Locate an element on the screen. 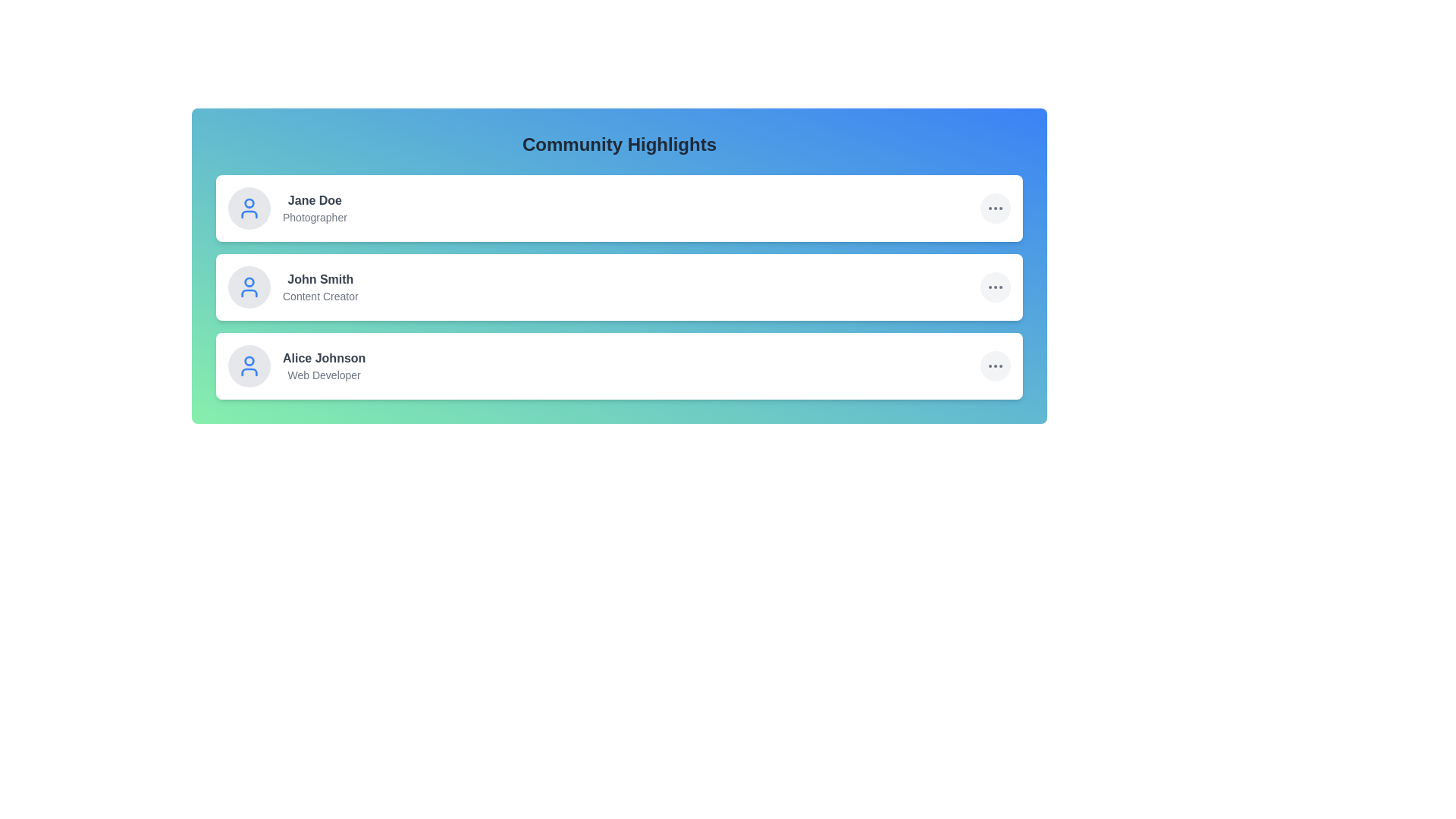 Image resolution: width=1456 pixels, height=819 pixels. the Text Label that reads 'Content Creator', which is located below 'John Smith' in the 'Community Highlights' section is located at coordinates (319, 296).